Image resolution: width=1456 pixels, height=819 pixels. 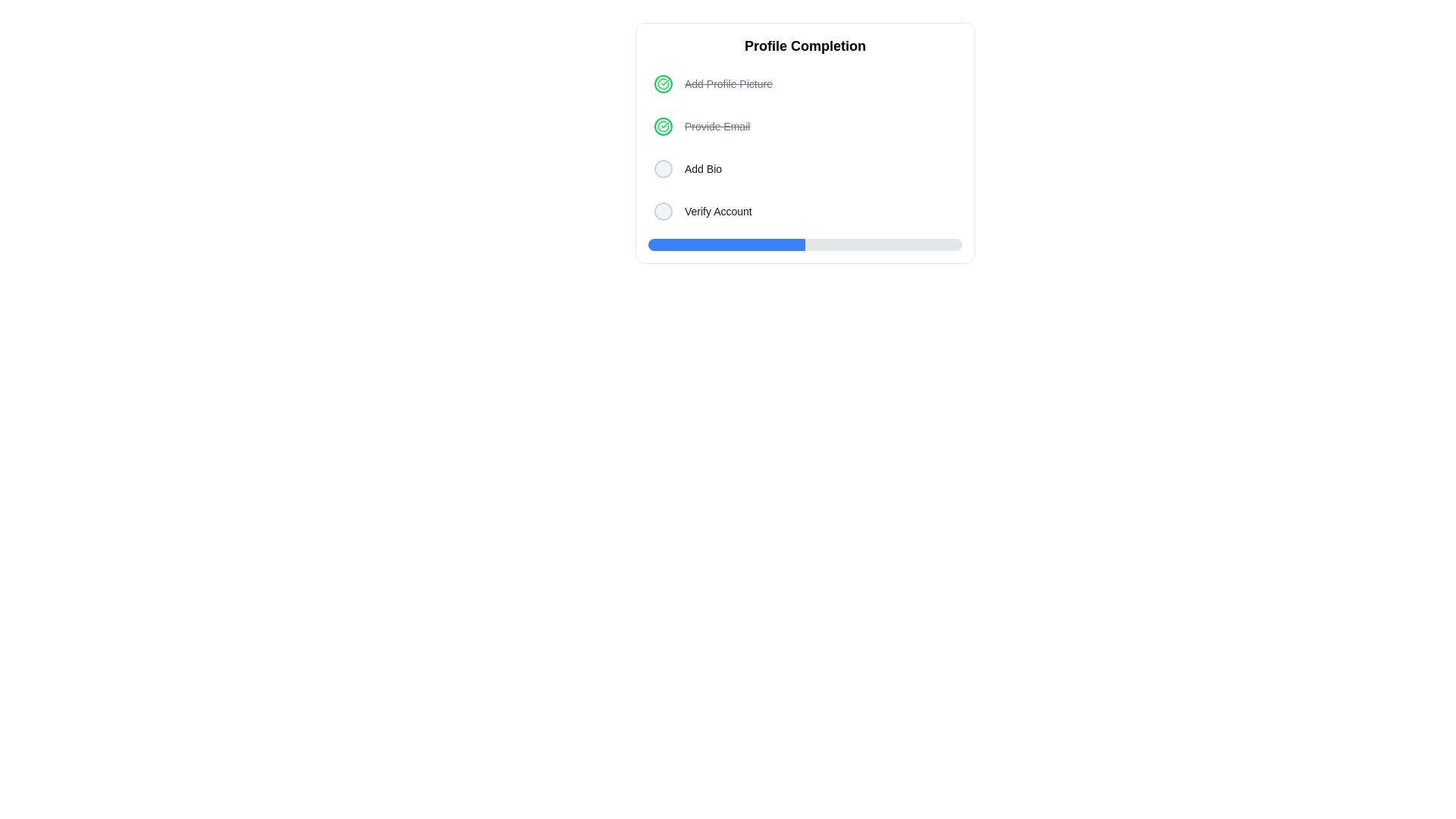 What do you see at coordinates (663, 169) in the screenshot?
I see `the Status Indicator, which is a small circle with a gray border located to the left of the 'Add Bio' text in a card-like layout` at bounding box center [663, 169].